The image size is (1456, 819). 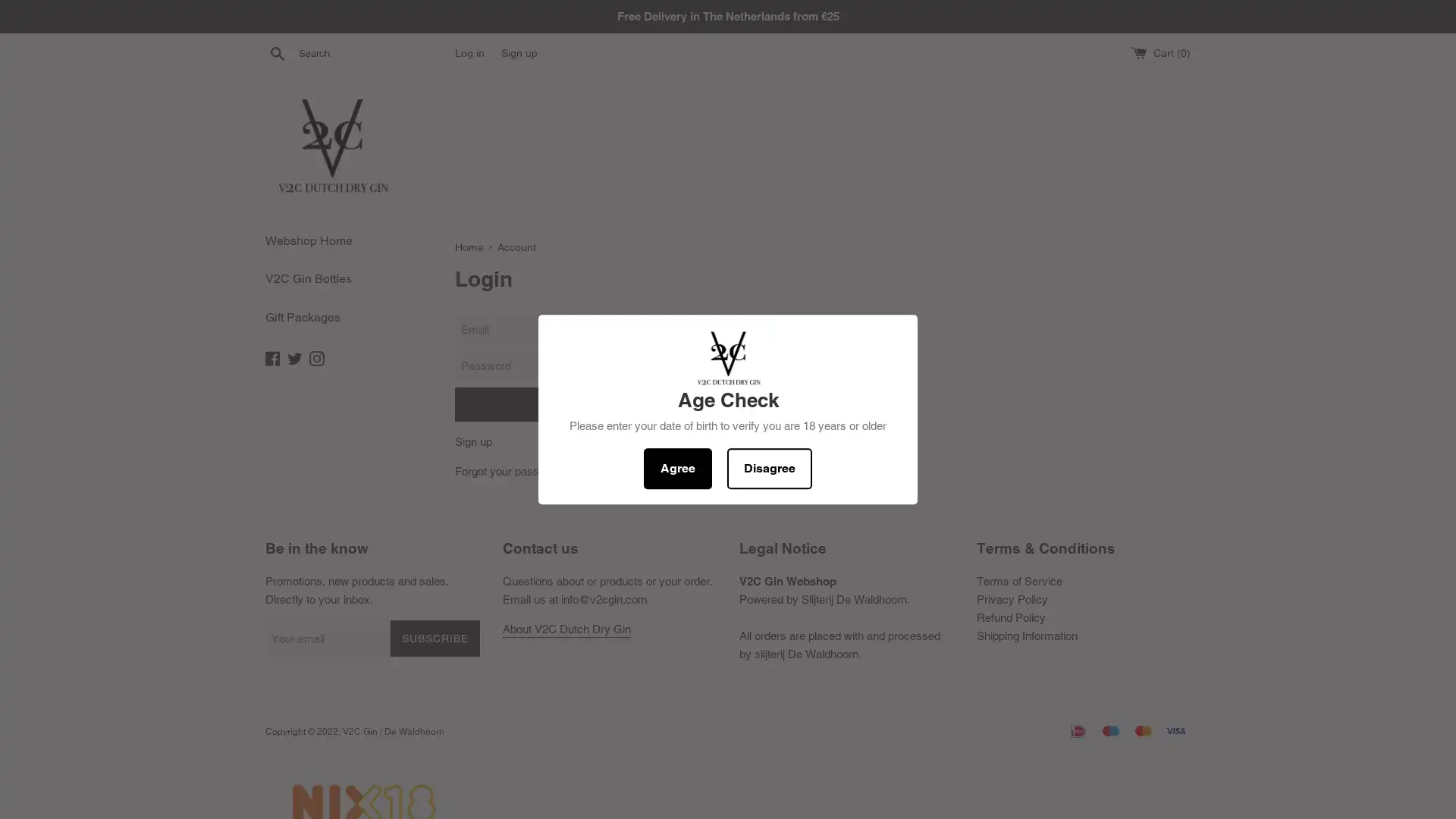 I want to click on Agree, so click(x=676, y=467).